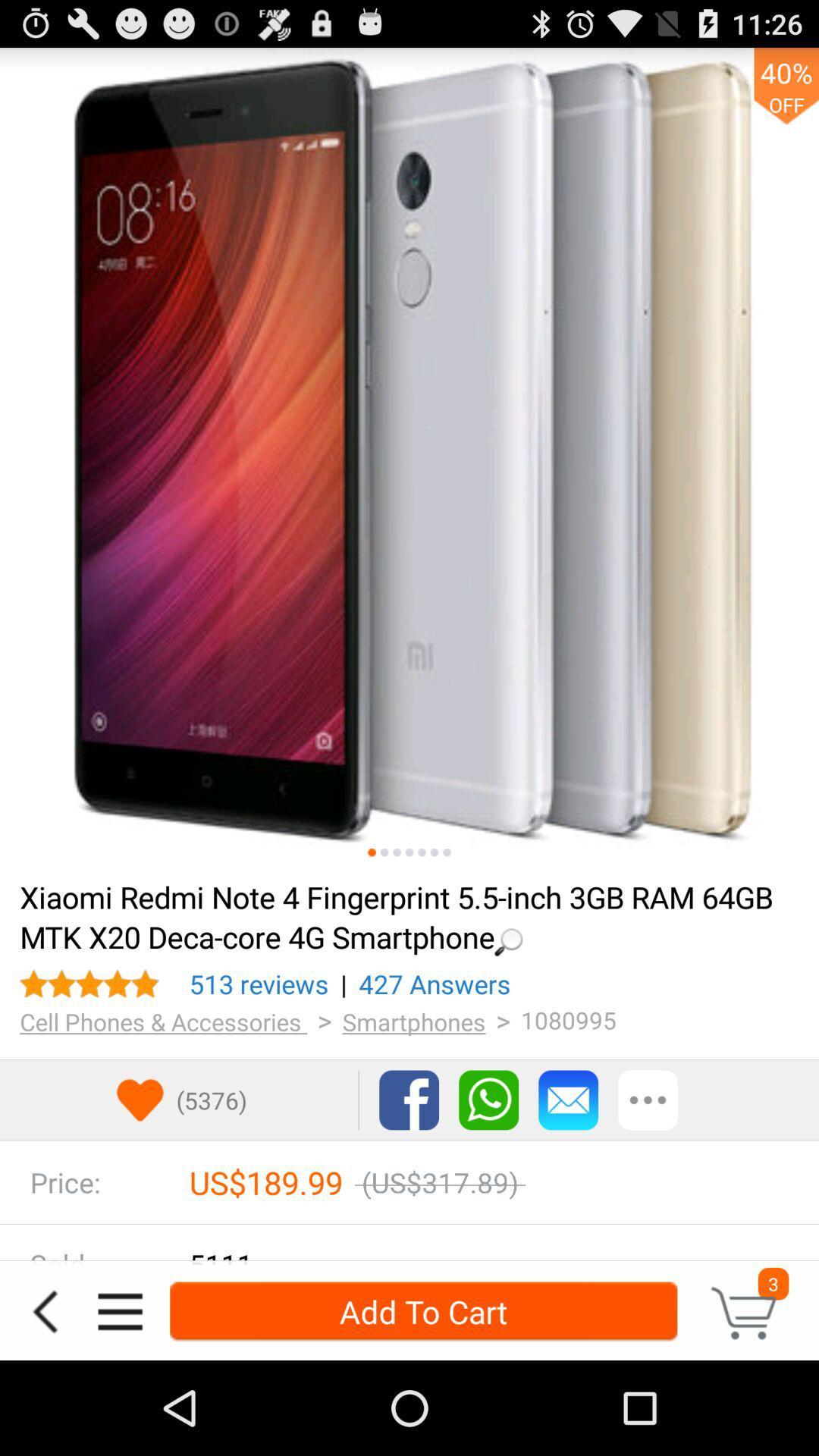 The width and height of the screenshot is (819, 1456). Describe the element at coordinates (488, 1100) in the screenshot. I see `press to contact` at that location.